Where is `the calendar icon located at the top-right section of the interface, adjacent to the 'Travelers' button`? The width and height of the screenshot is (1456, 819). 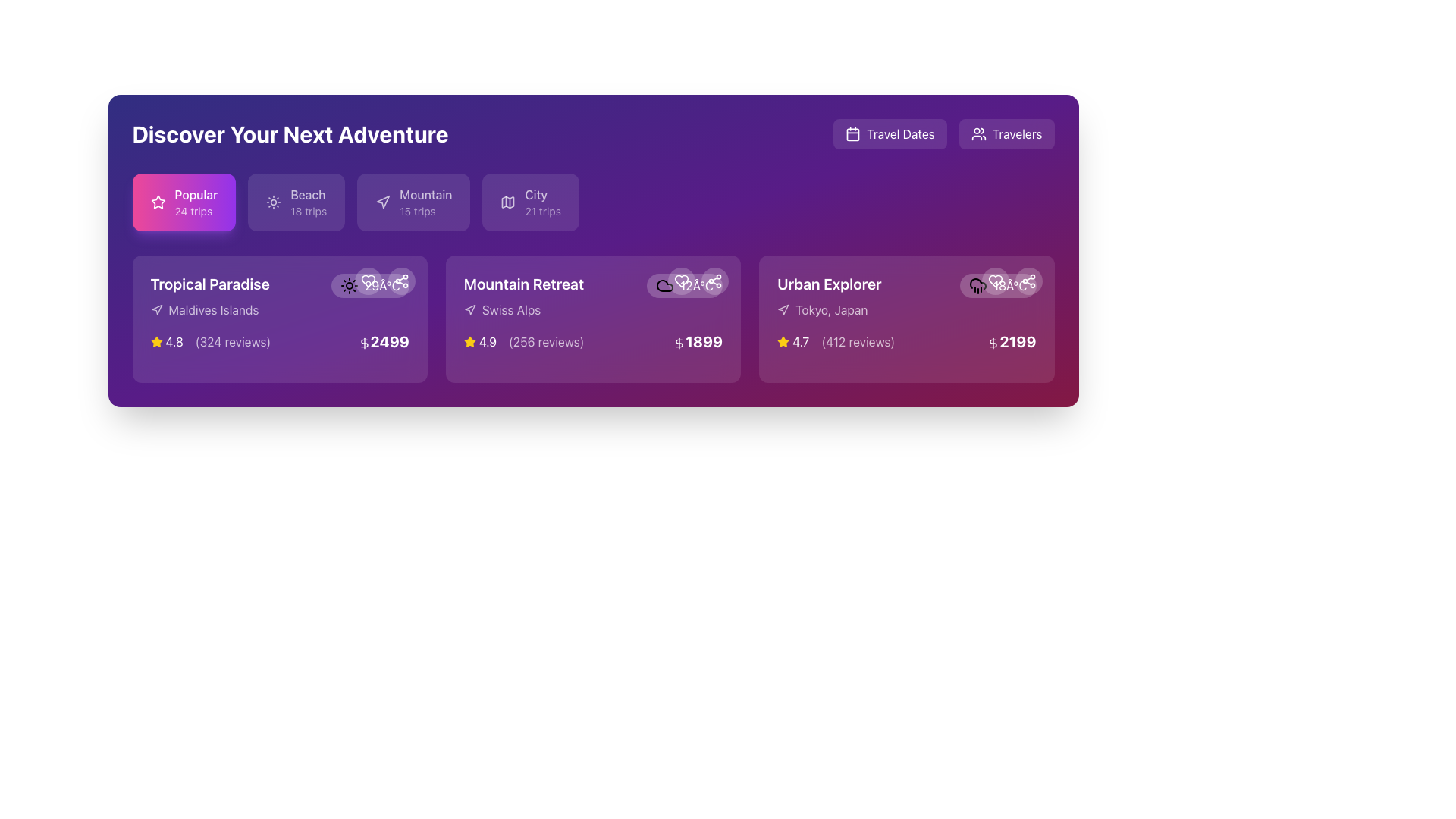 the calendar icon located at the top-right section of the interface, adjacent to the 'Travelers' button is located at coordinates (853, 133).